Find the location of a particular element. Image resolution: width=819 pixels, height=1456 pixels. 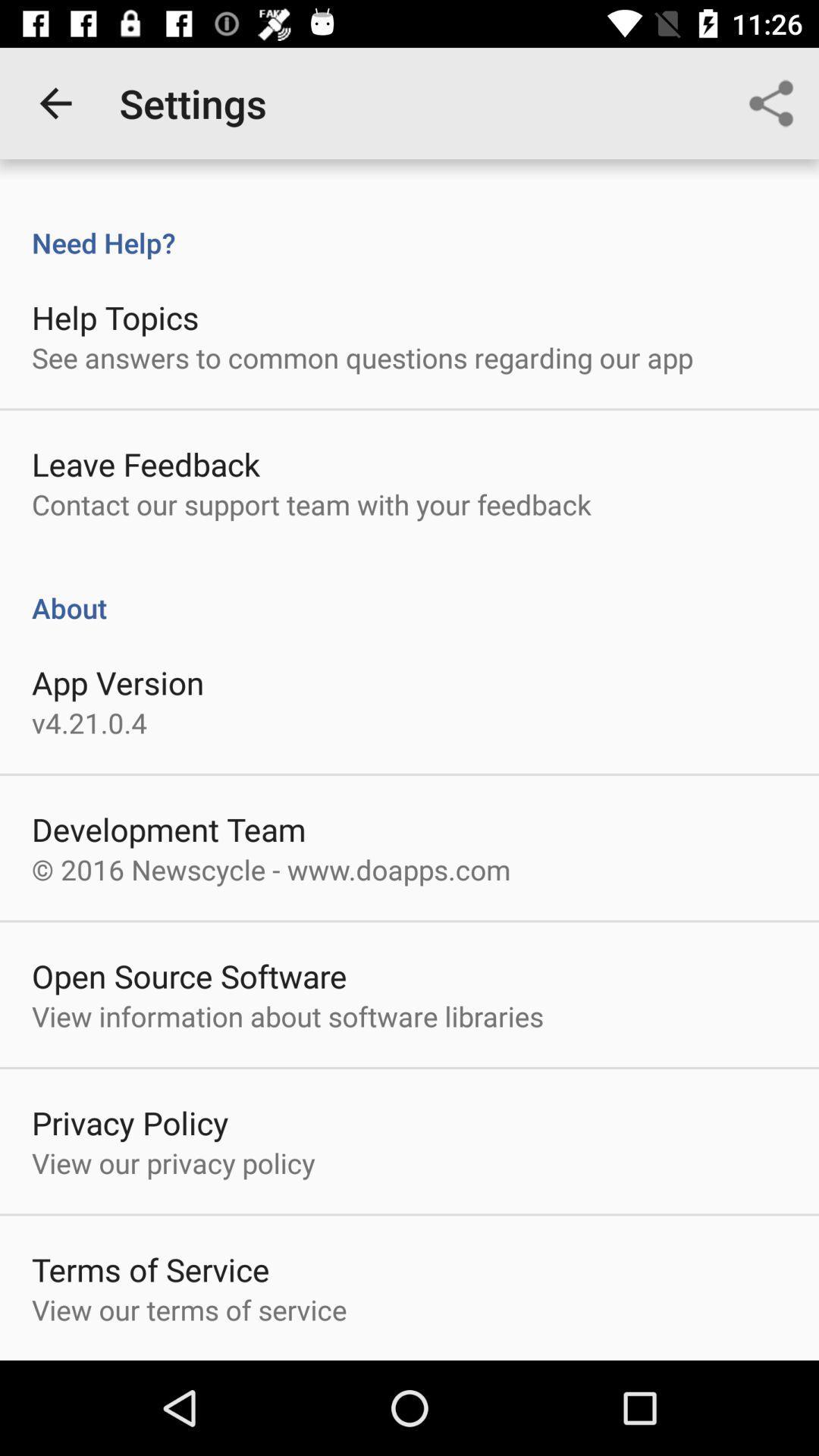

the app version icon is located at coordinates (117, 682).